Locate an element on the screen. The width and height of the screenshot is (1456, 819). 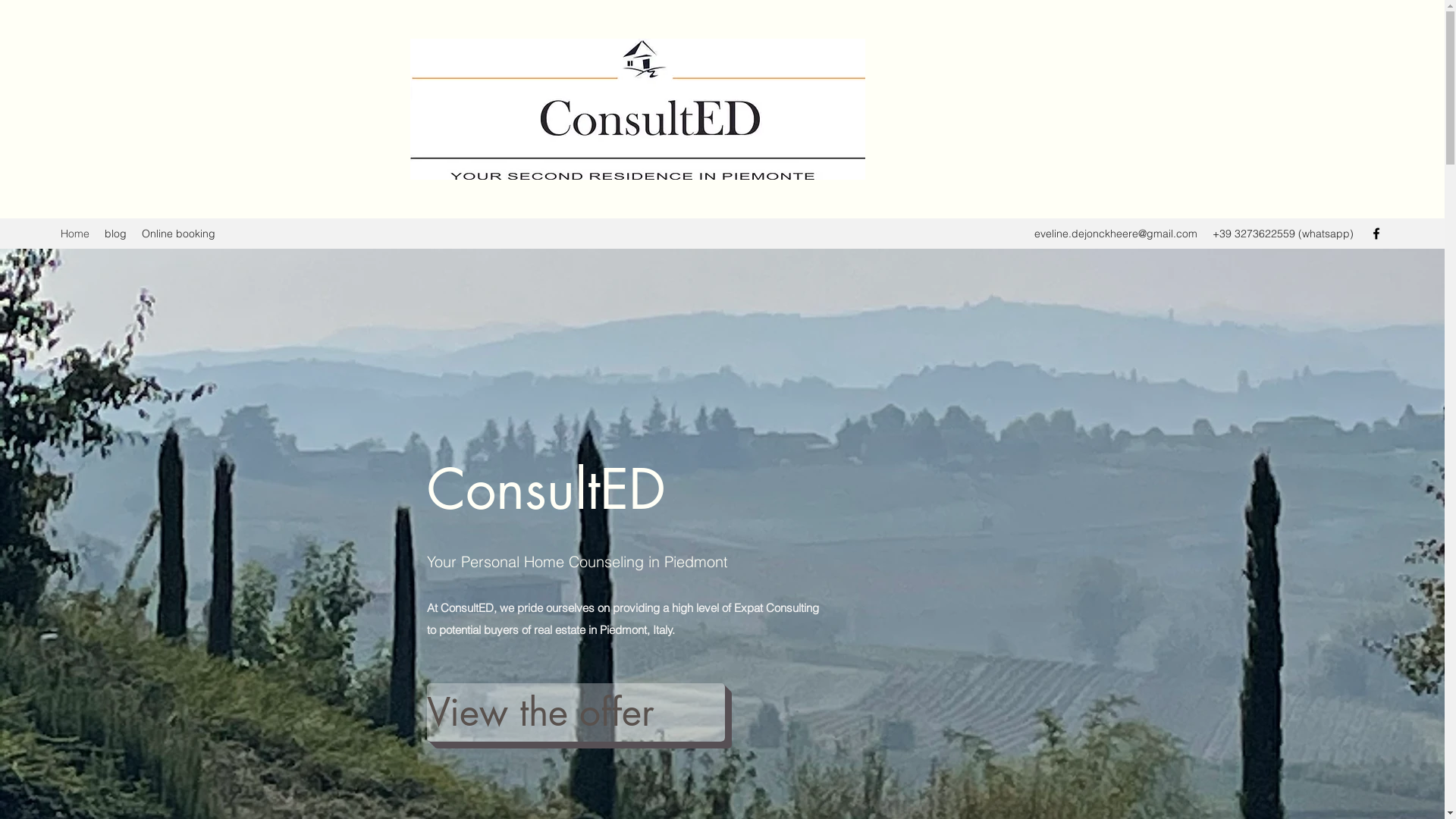
'Online booking' is located at coordinates (178, 234).